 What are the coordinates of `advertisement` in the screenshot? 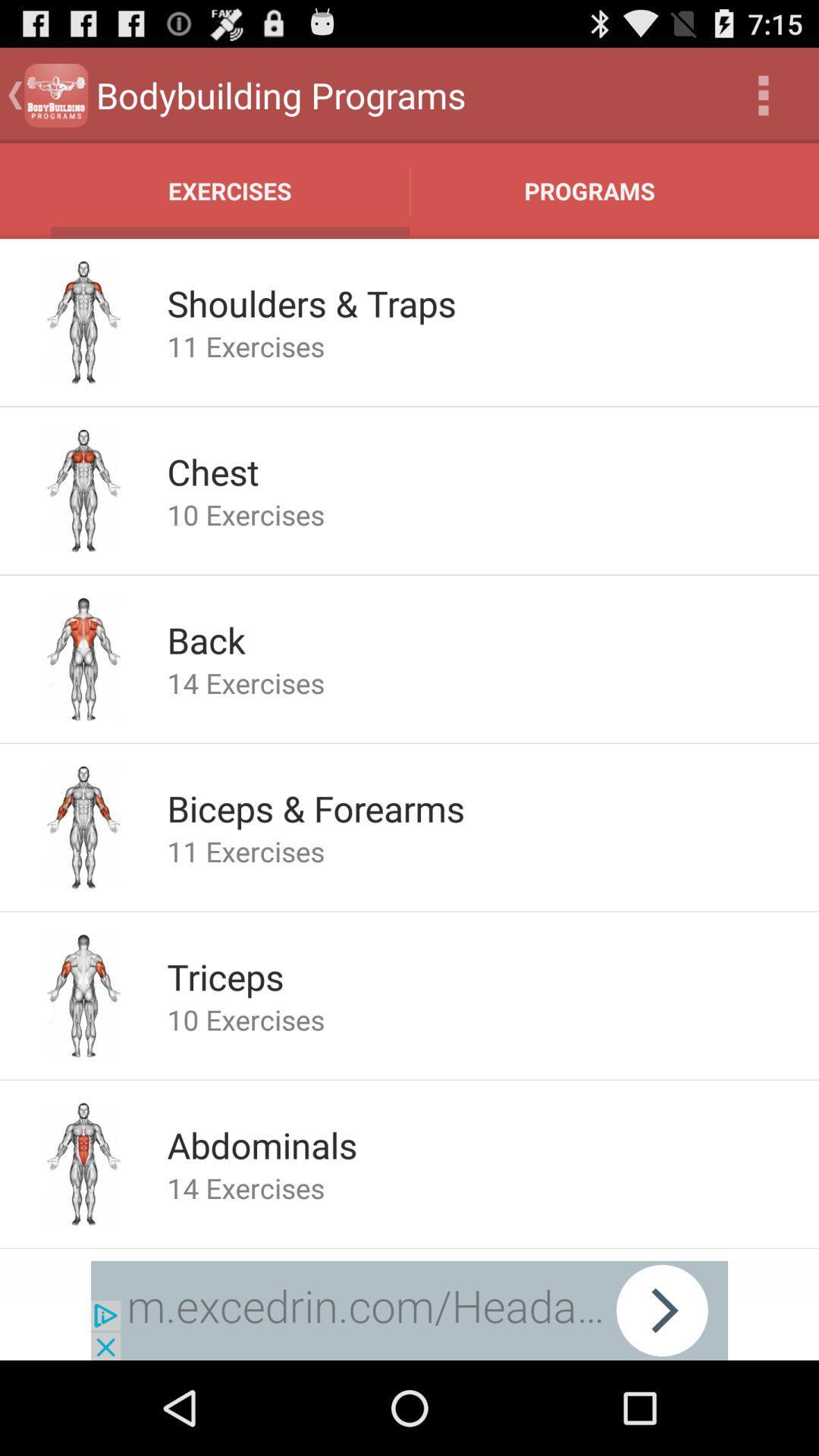 It's located at (409, 1310).